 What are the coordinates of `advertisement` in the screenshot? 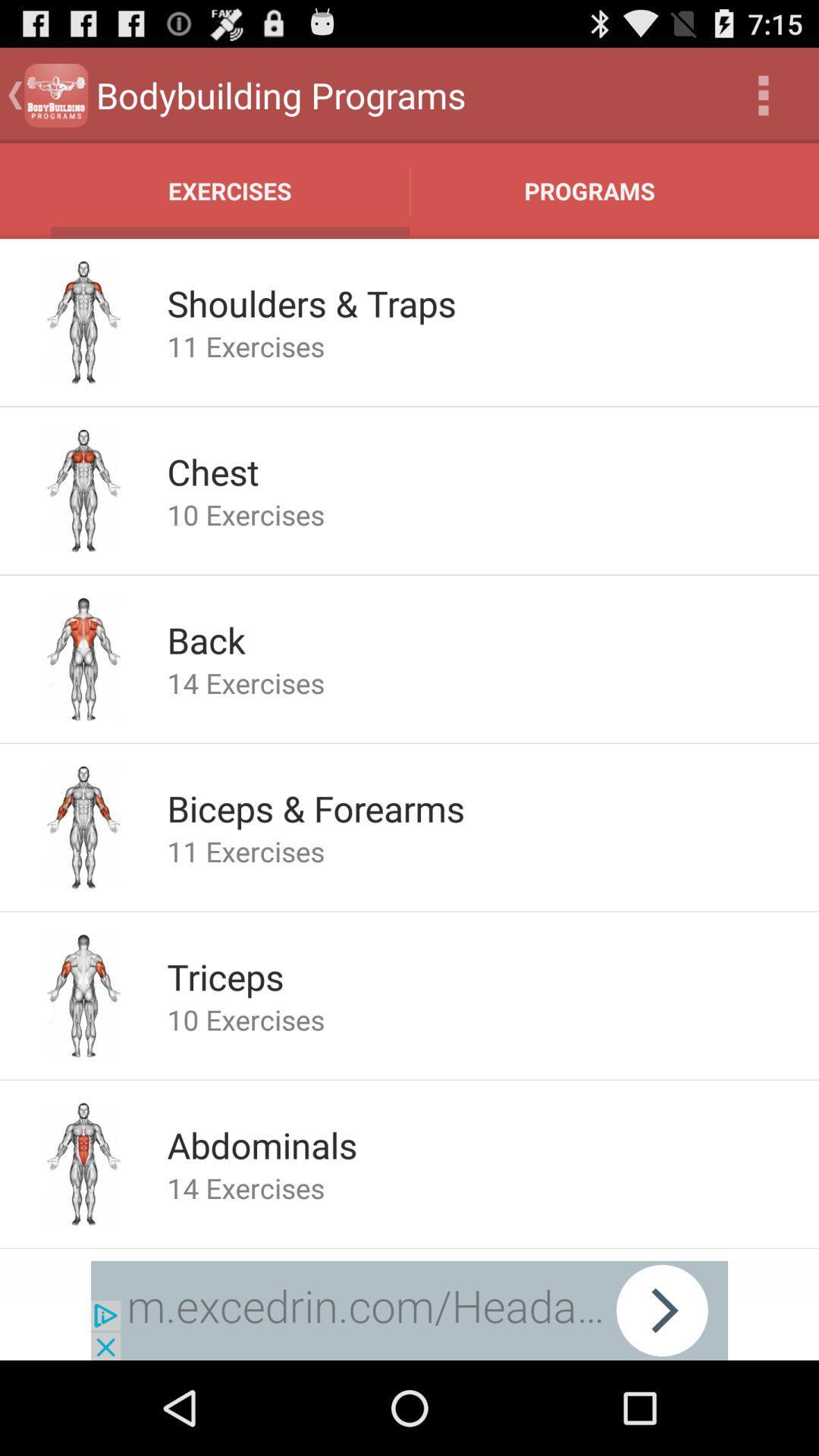 It's located at (409, 1310).